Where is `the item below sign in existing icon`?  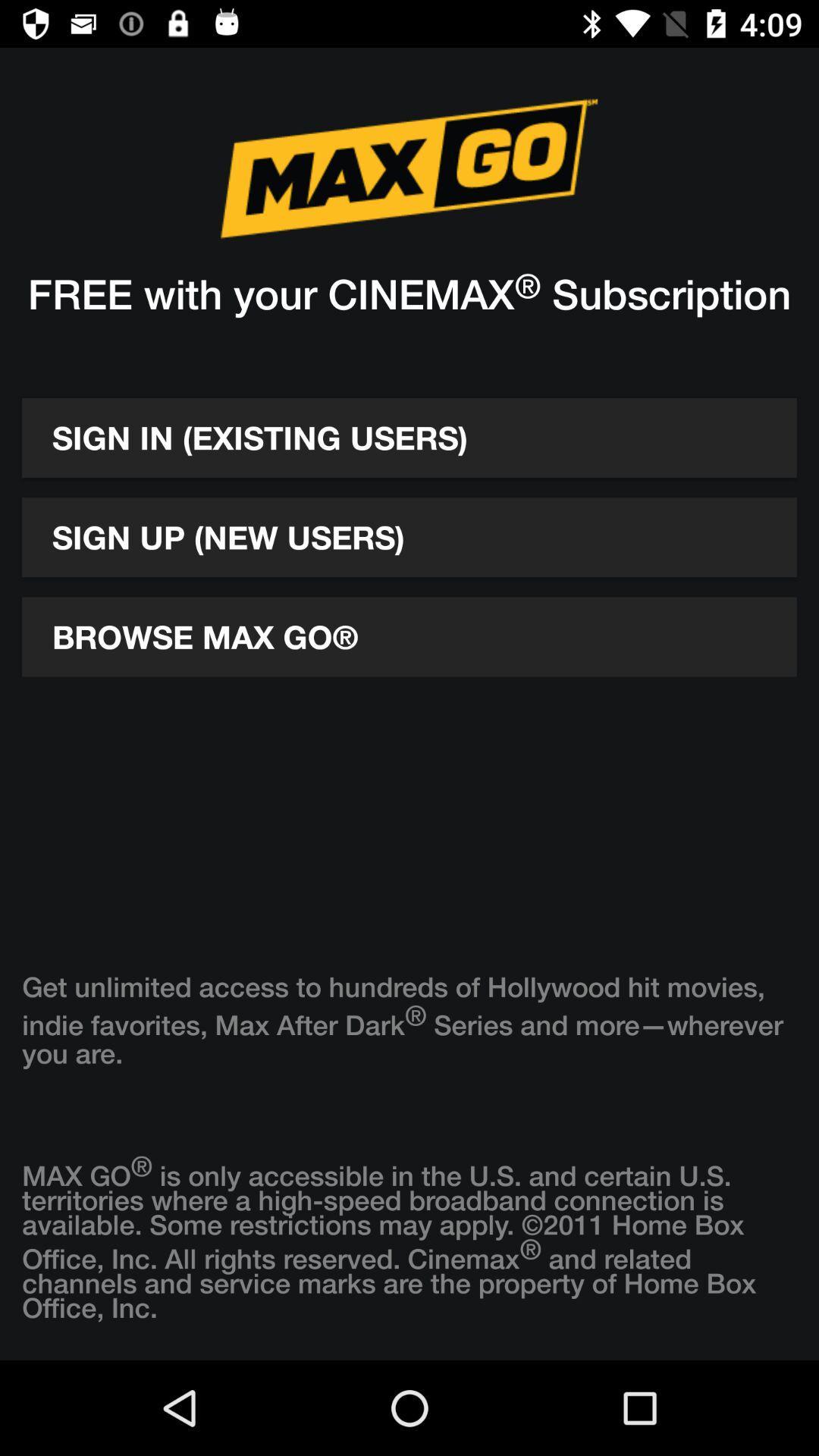 the item below sign in existing icon is located at coordinates (409, 537).